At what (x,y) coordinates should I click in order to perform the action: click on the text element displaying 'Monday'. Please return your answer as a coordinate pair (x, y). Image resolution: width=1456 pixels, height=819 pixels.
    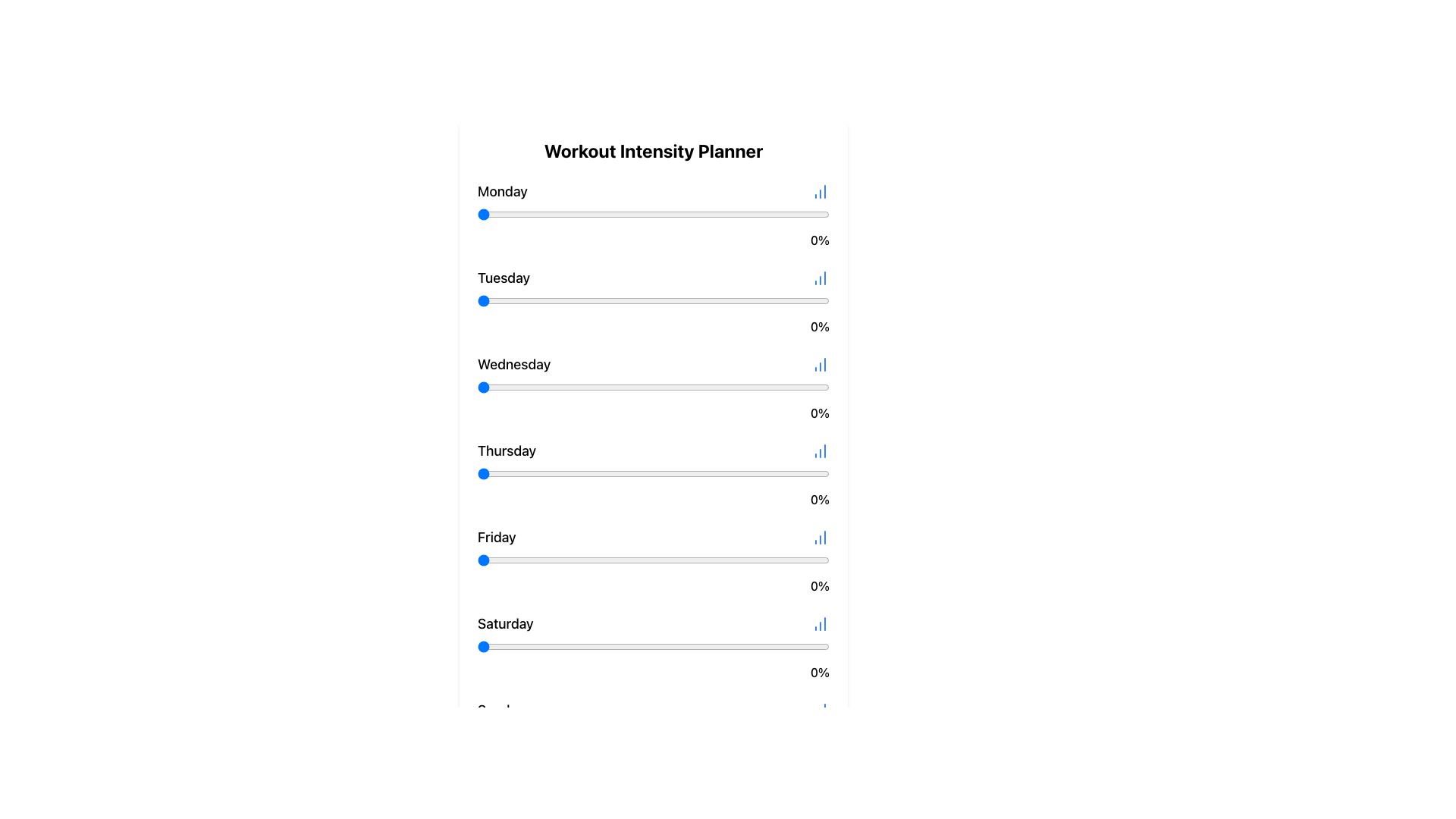
    Looking at the image, I should click on (502, 191).